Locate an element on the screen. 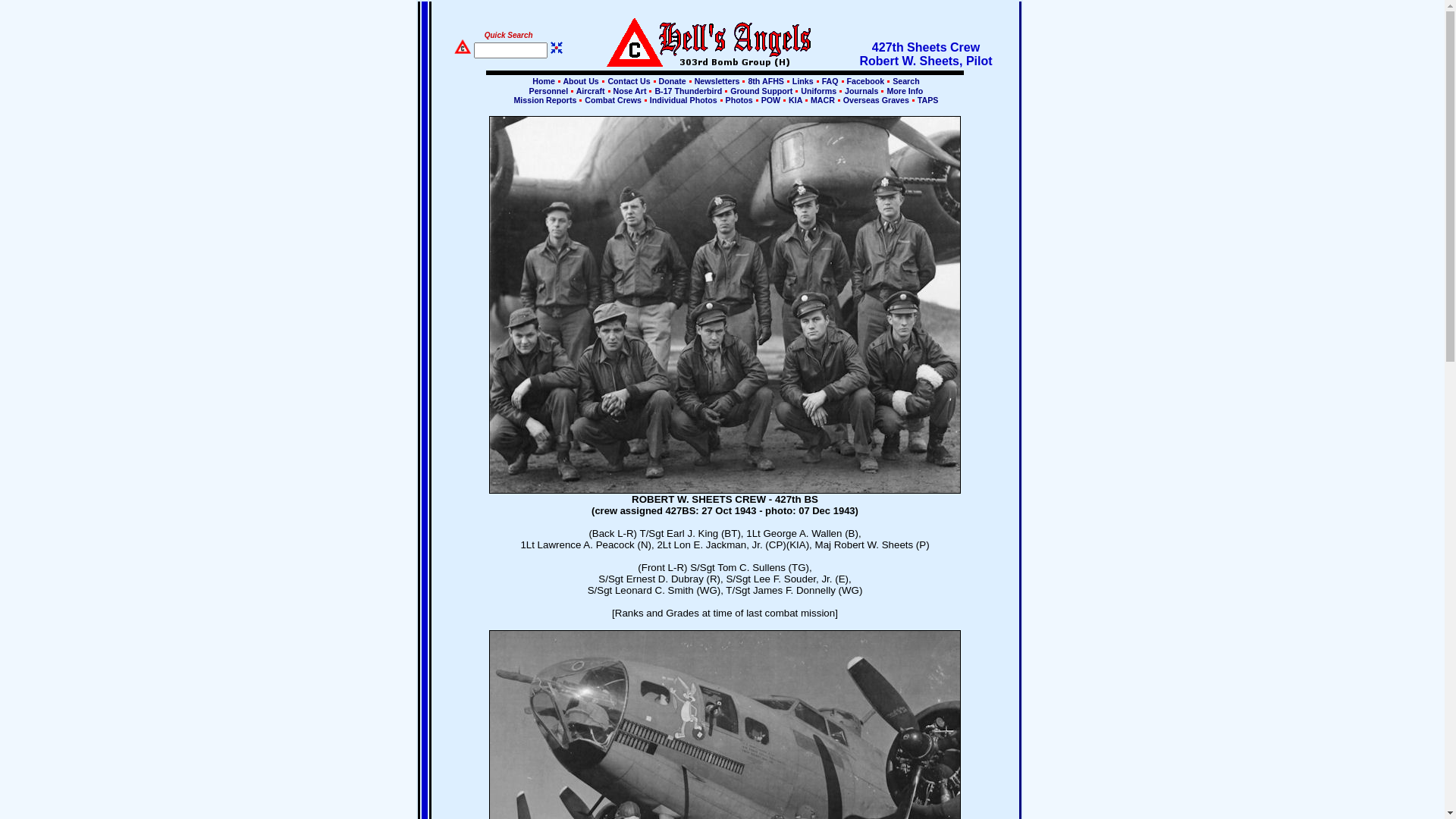  'TAPS' is located at coordinates (926, 99).